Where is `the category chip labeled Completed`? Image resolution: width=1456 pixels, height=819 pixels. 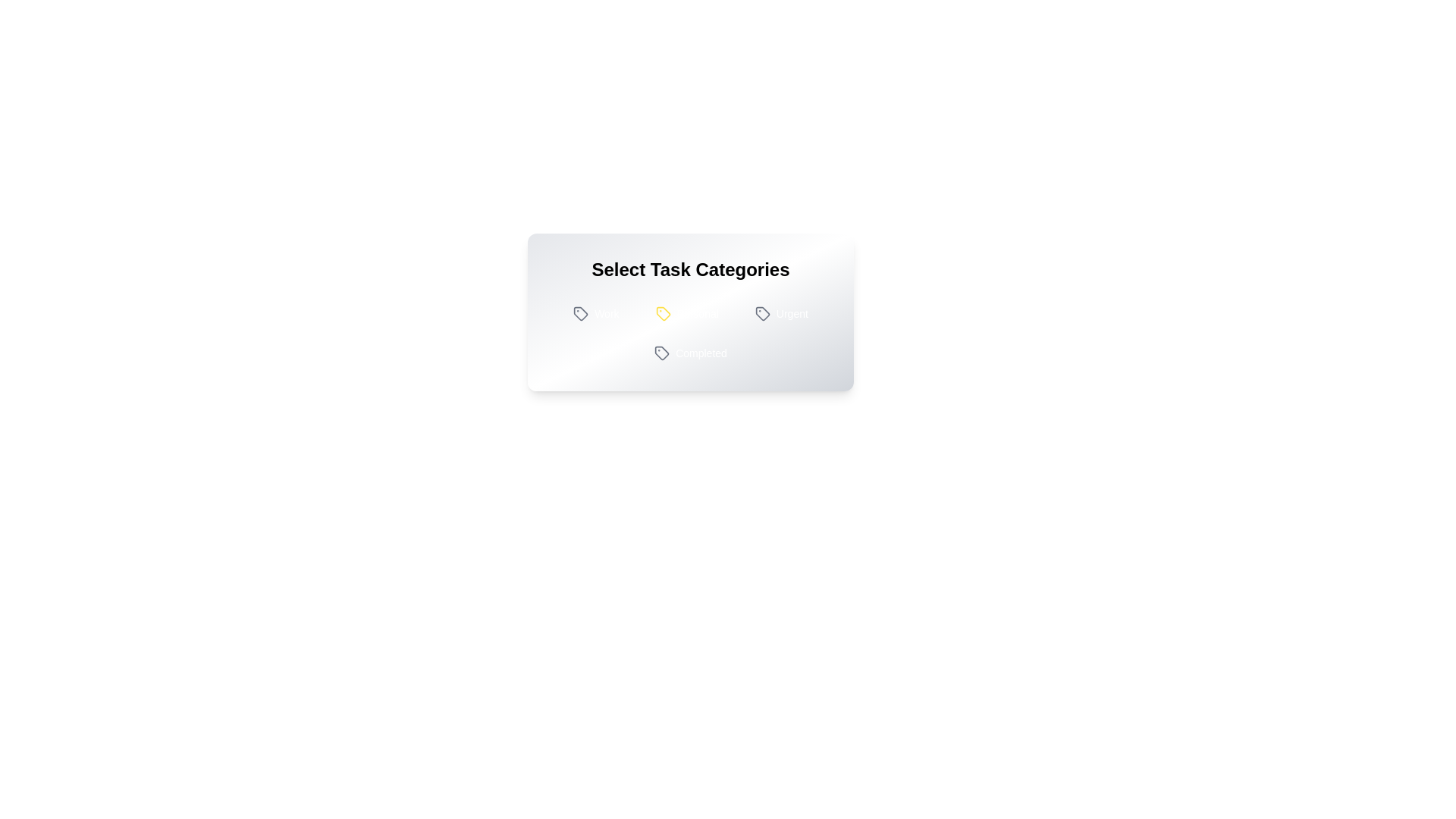 the category chip labeled Completed is located at coordinates (689, 353).